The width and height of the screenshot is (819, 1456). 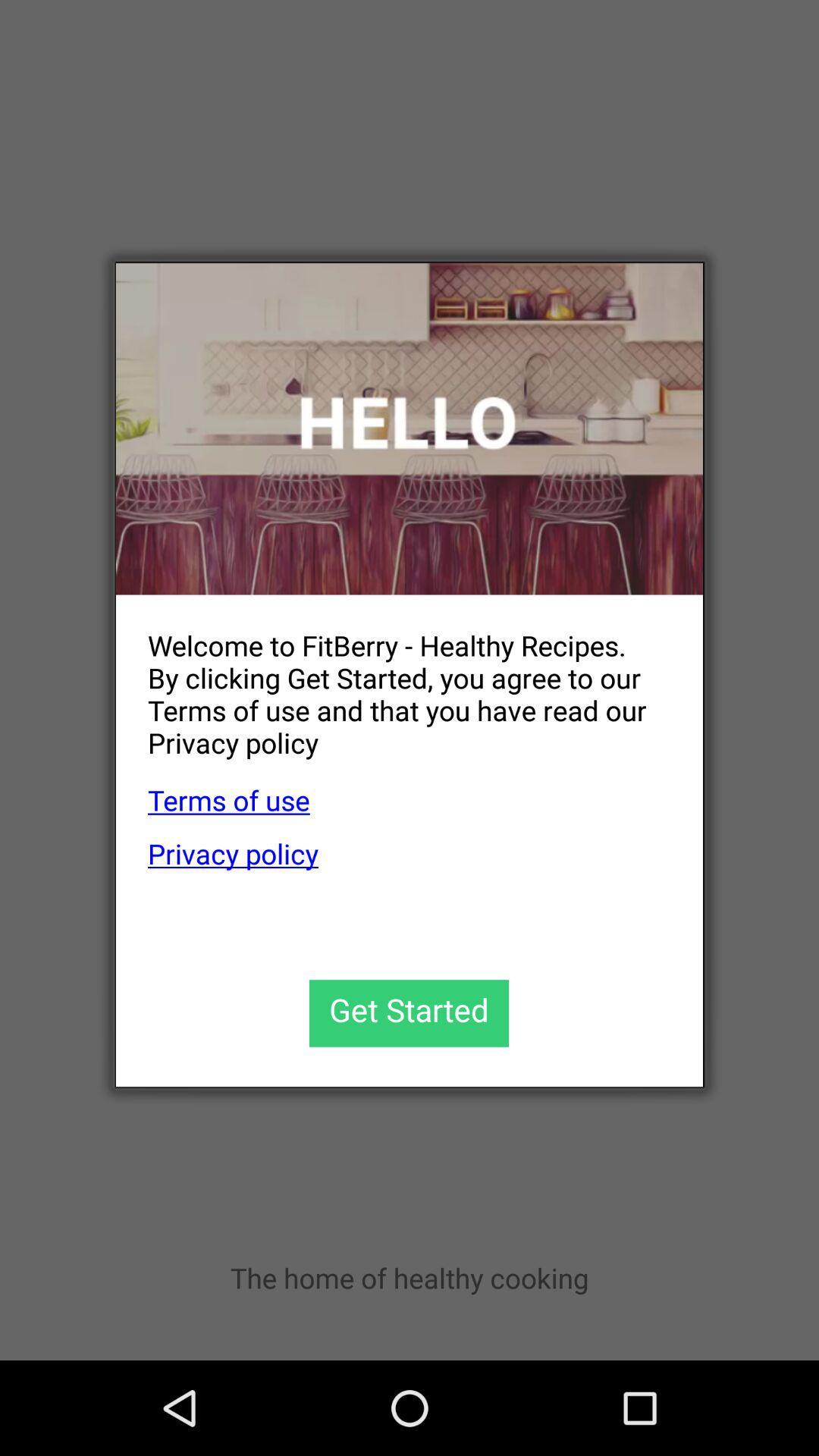 What do you see at coordinates (408, 1013) in the screenshot?
I see `get started` at bounding box center [408, 1013].